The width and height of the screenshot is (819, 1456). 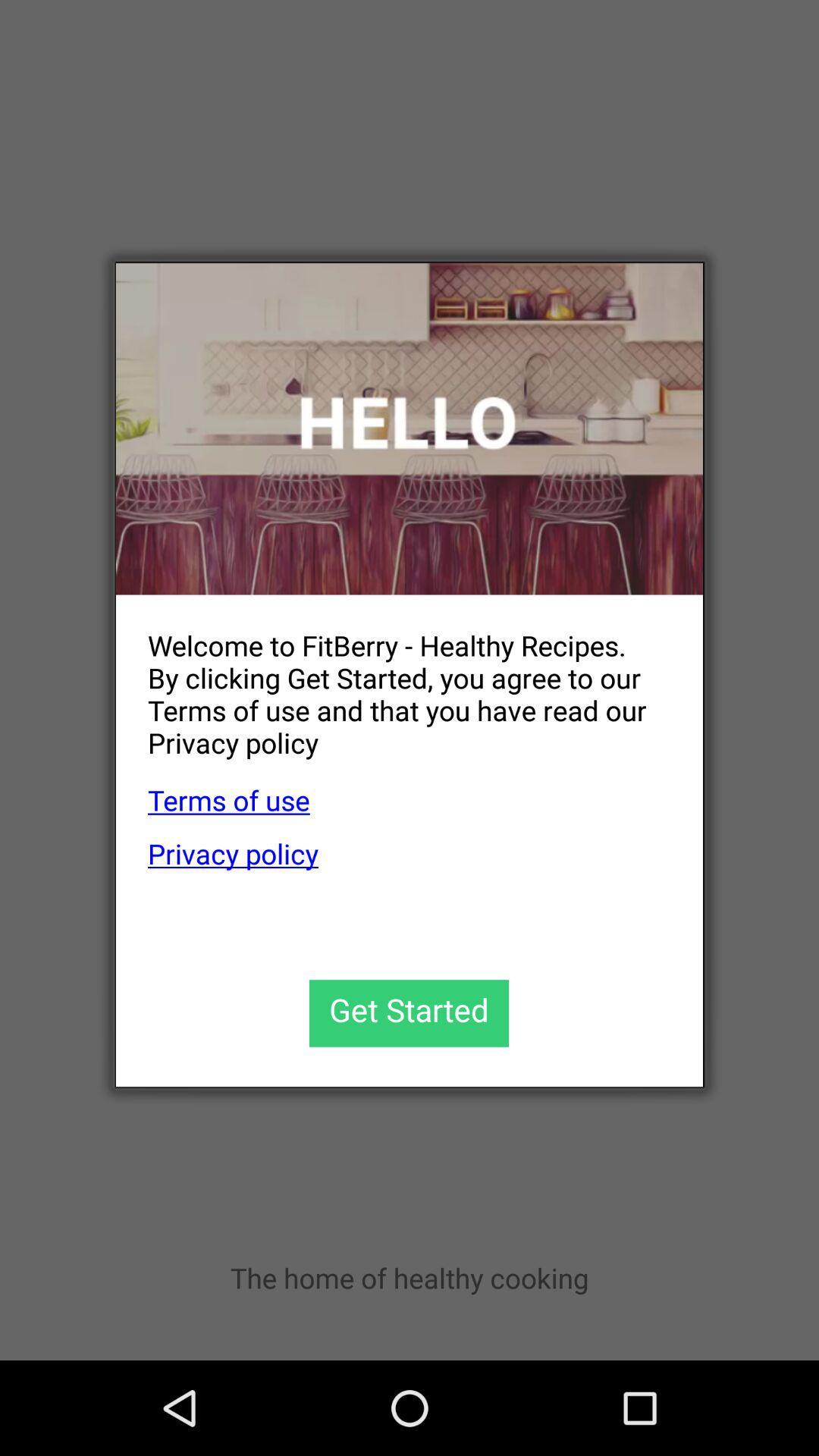 What do you see at coordinates (408, 1013) in the screenshot?
I see `get started` at bounding box center [408, 1013].